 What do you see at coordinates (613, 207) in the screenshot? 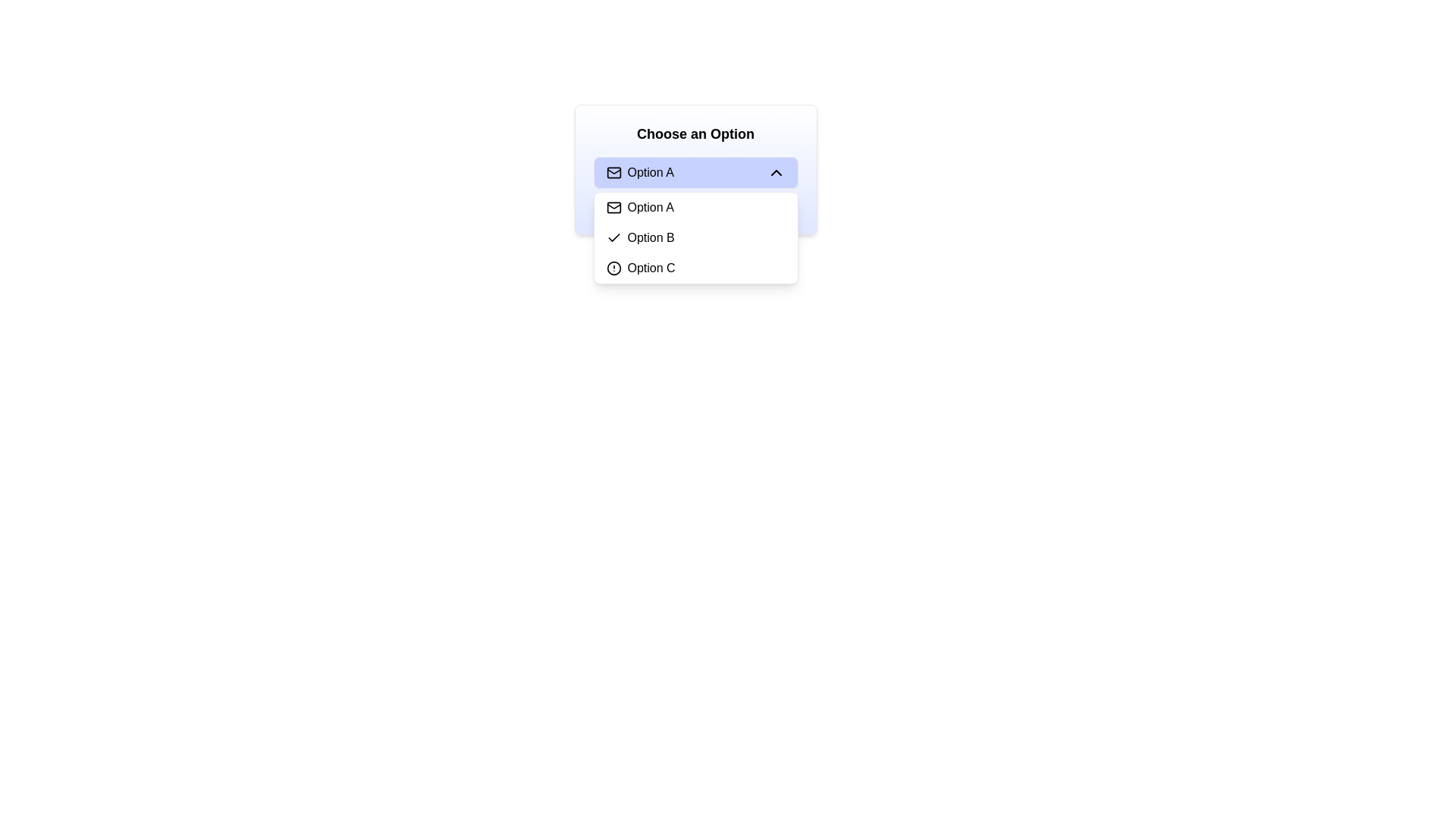
I see `the main body of the envelope icon located to the left of the 'Option A' selection in the dropdown menu` at bounding box center [613, 207].